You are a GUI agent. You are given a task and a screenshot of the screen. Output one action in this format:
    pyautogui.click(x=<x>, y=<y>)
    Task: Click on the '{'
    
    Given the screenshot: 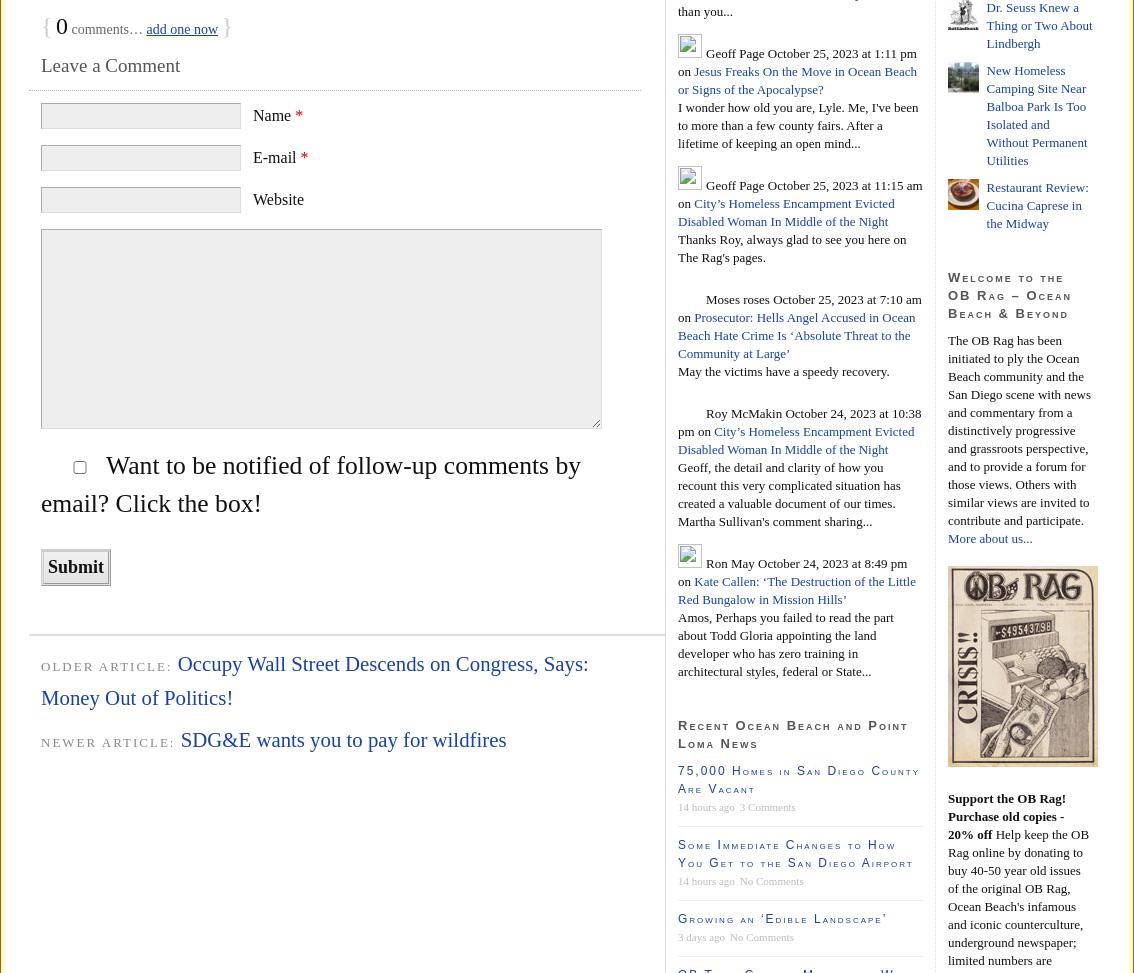 What is the action you would take?
    pyautogui.click(x=40, y=25)
    